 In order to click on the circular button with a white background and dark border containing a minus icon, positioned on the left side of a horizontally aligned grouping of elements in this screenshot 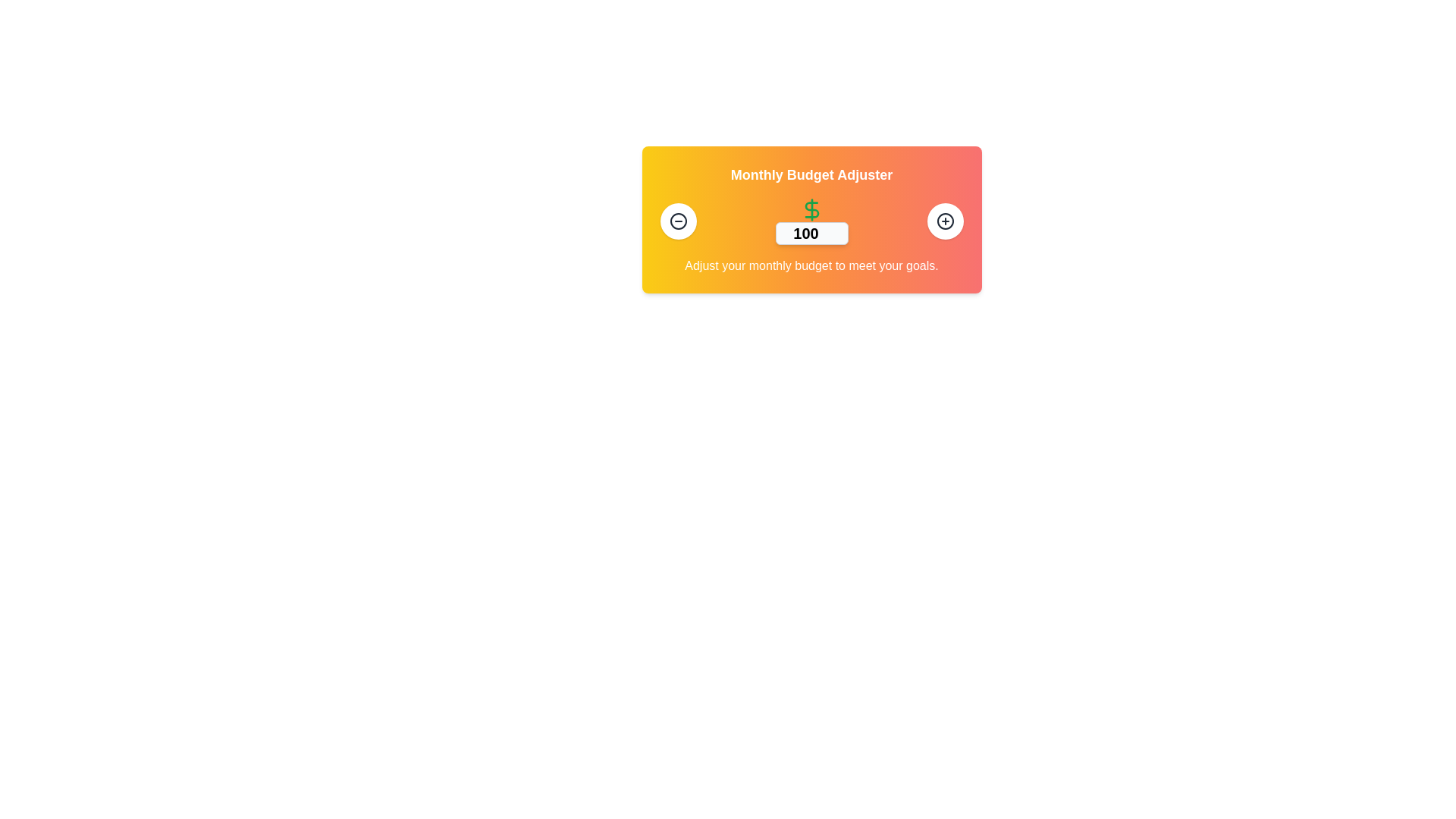, I will do `click(677, 221)`.